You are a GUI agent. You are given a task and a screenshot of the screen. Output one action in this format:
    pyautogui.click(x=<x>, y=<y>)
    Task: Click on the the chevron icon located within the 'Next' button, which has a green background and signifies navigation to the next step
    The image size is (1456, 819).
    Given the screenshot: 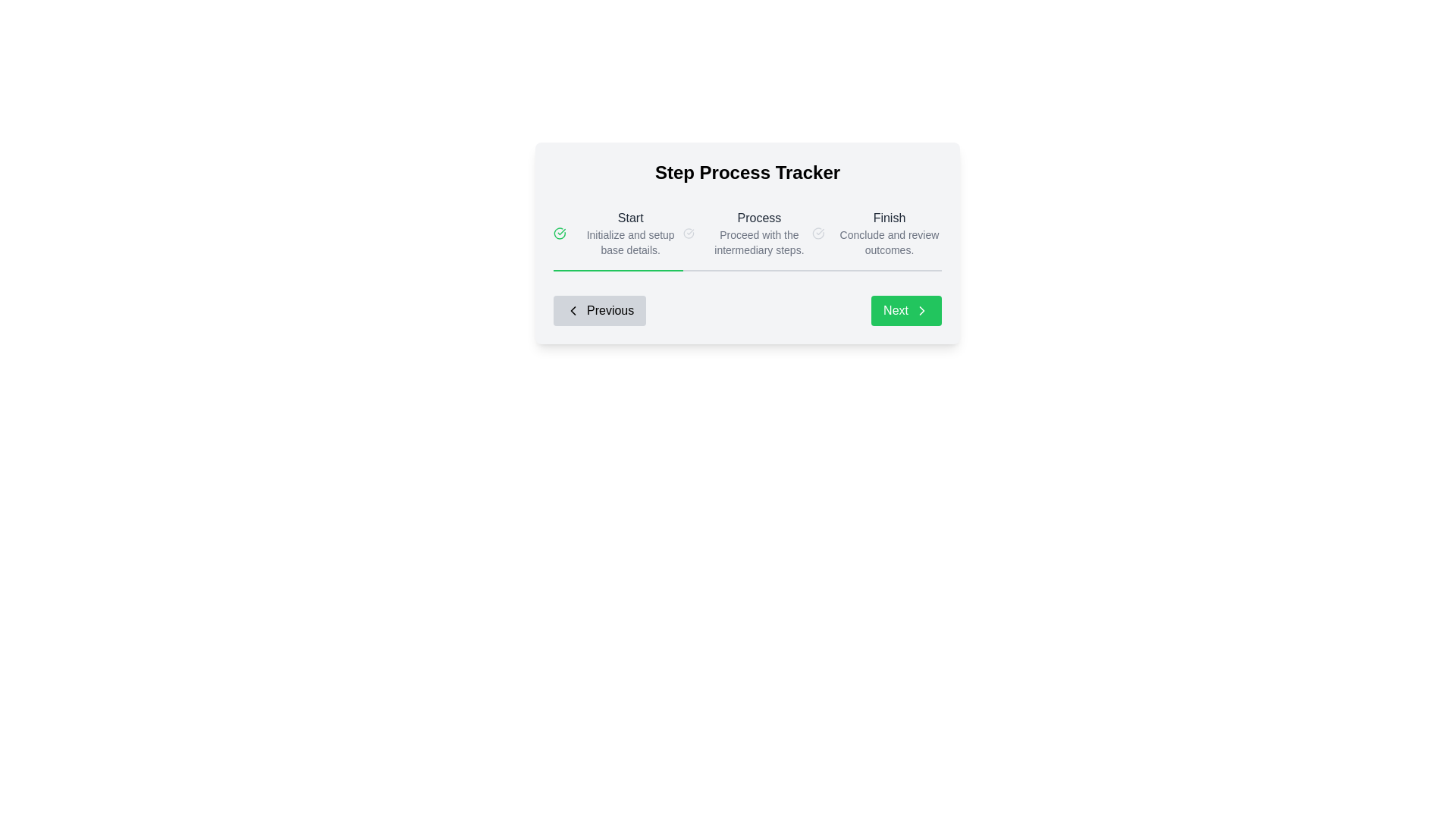 What is the action you would take?
    pyautogui.click(x=921, y=309)
    